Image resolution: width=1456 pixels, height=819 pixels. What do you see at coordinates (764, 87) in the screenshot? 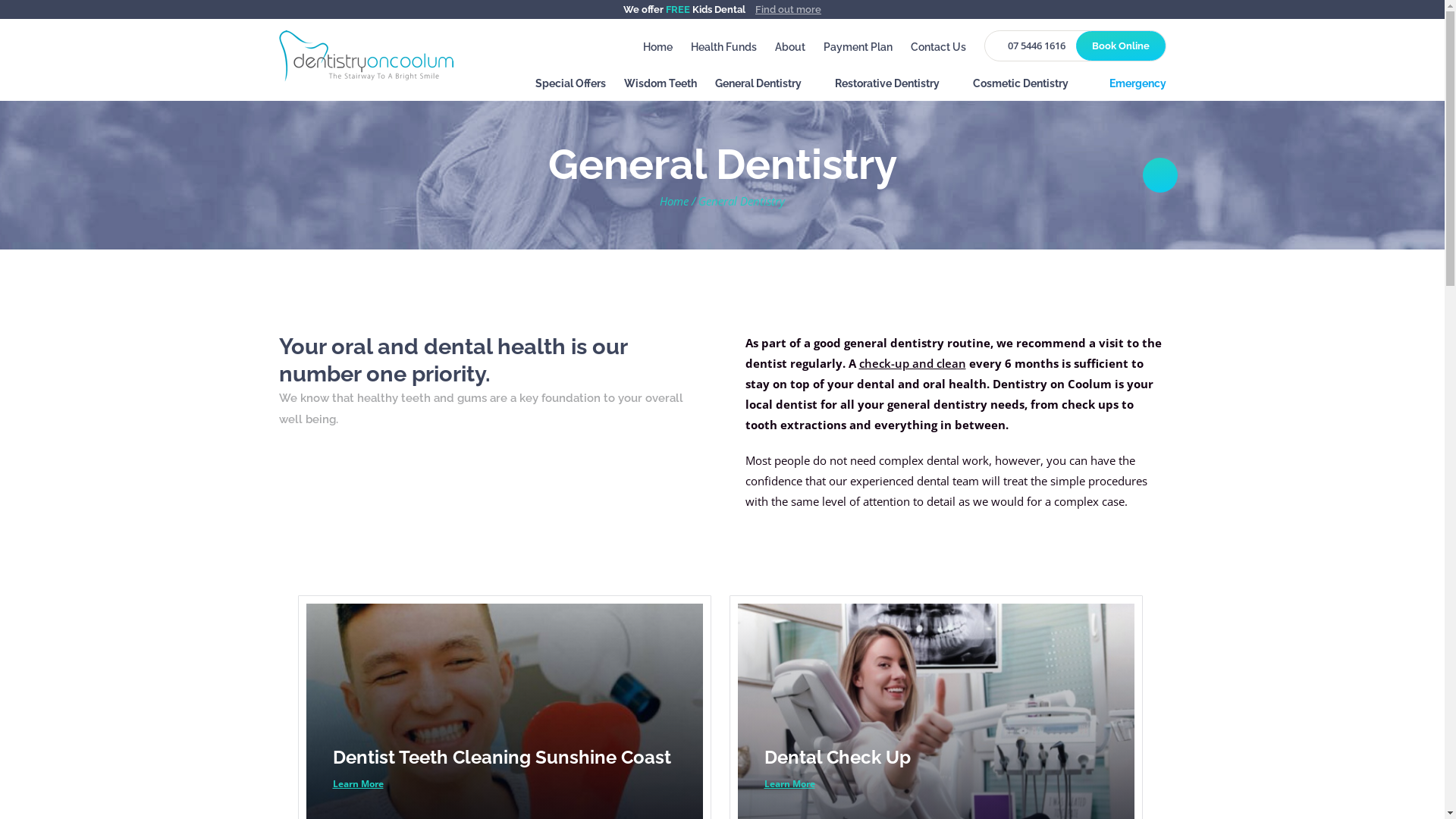
I see `'General Dentistry'` at bounding box center [764, 87].